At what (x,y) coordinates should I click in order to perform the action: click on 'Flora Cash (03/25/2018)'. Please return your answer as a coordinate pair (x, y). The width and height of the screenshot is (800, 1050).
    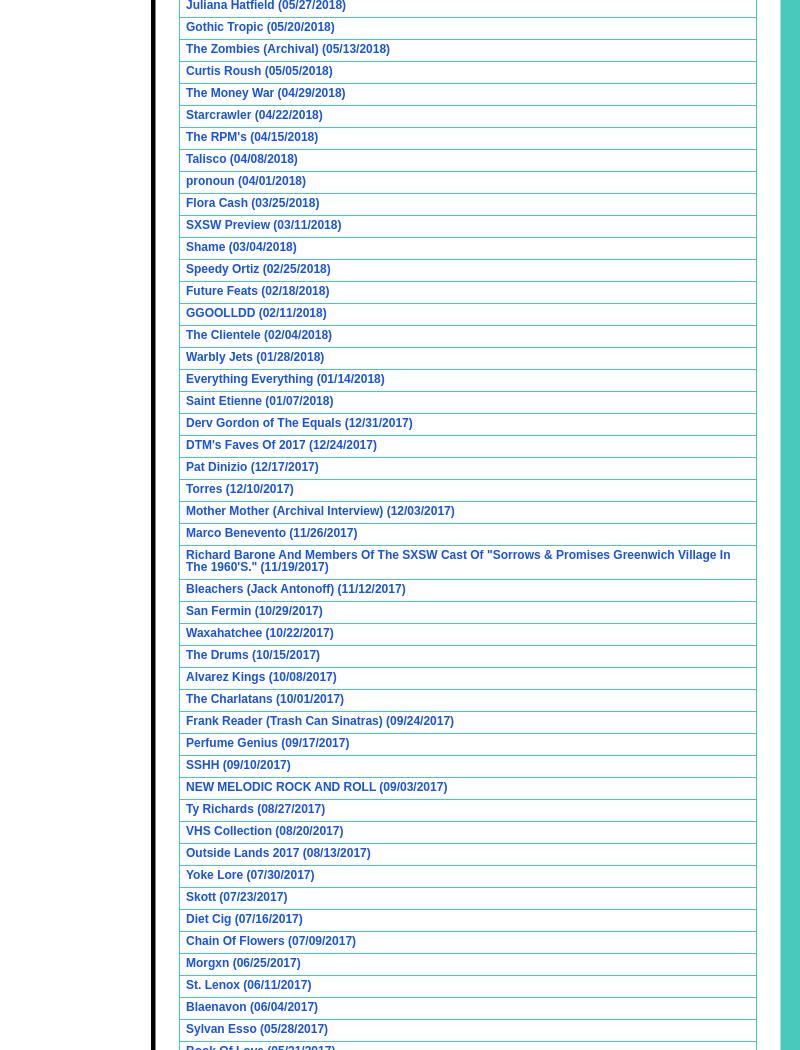
    Looking at the image, I should click on (185, 201).